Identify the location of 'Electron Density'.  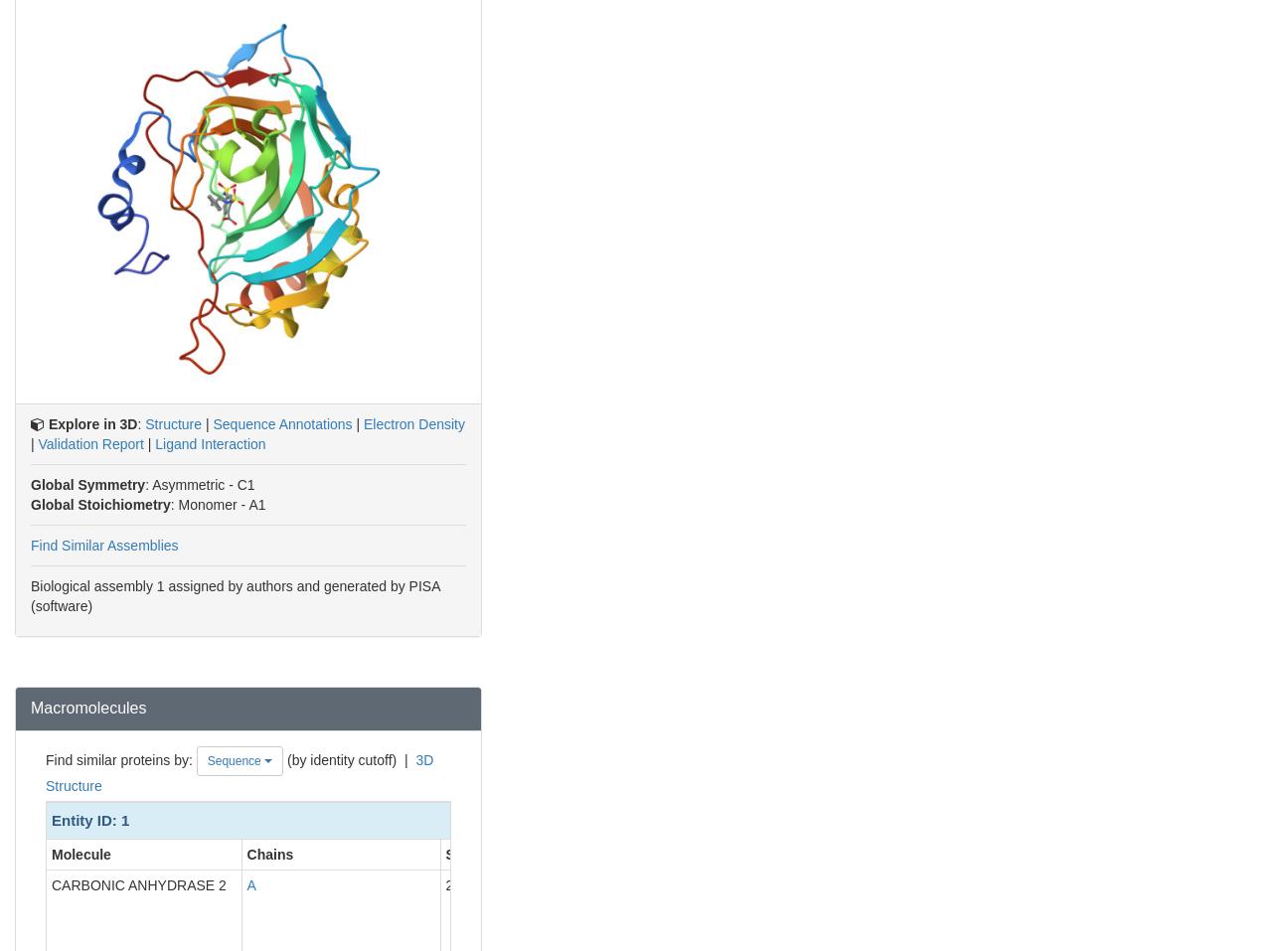
(413, 421).